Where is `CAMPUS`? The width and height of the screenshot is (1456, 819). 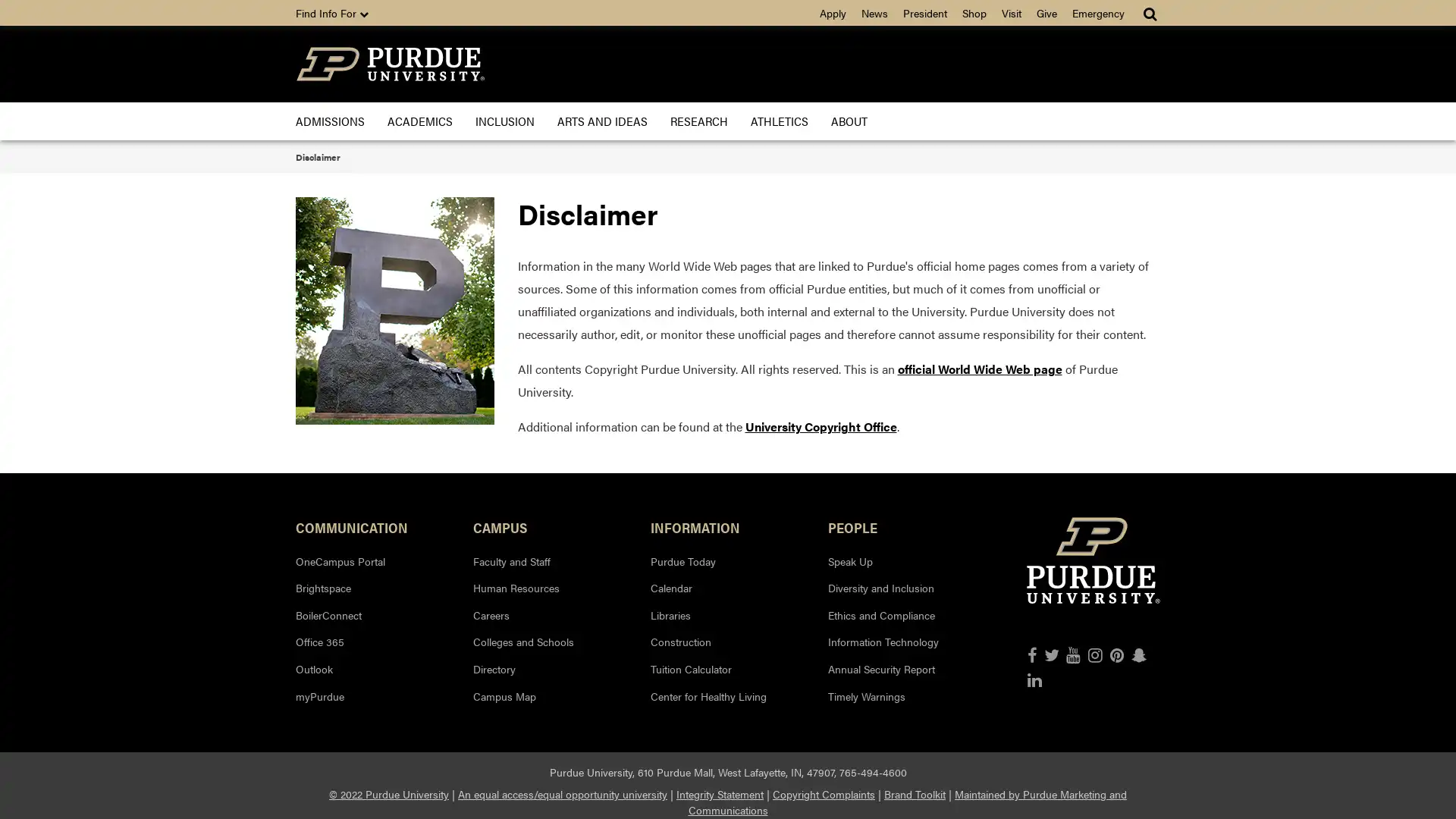
CAMPUS is located at coordinates (549, 522).